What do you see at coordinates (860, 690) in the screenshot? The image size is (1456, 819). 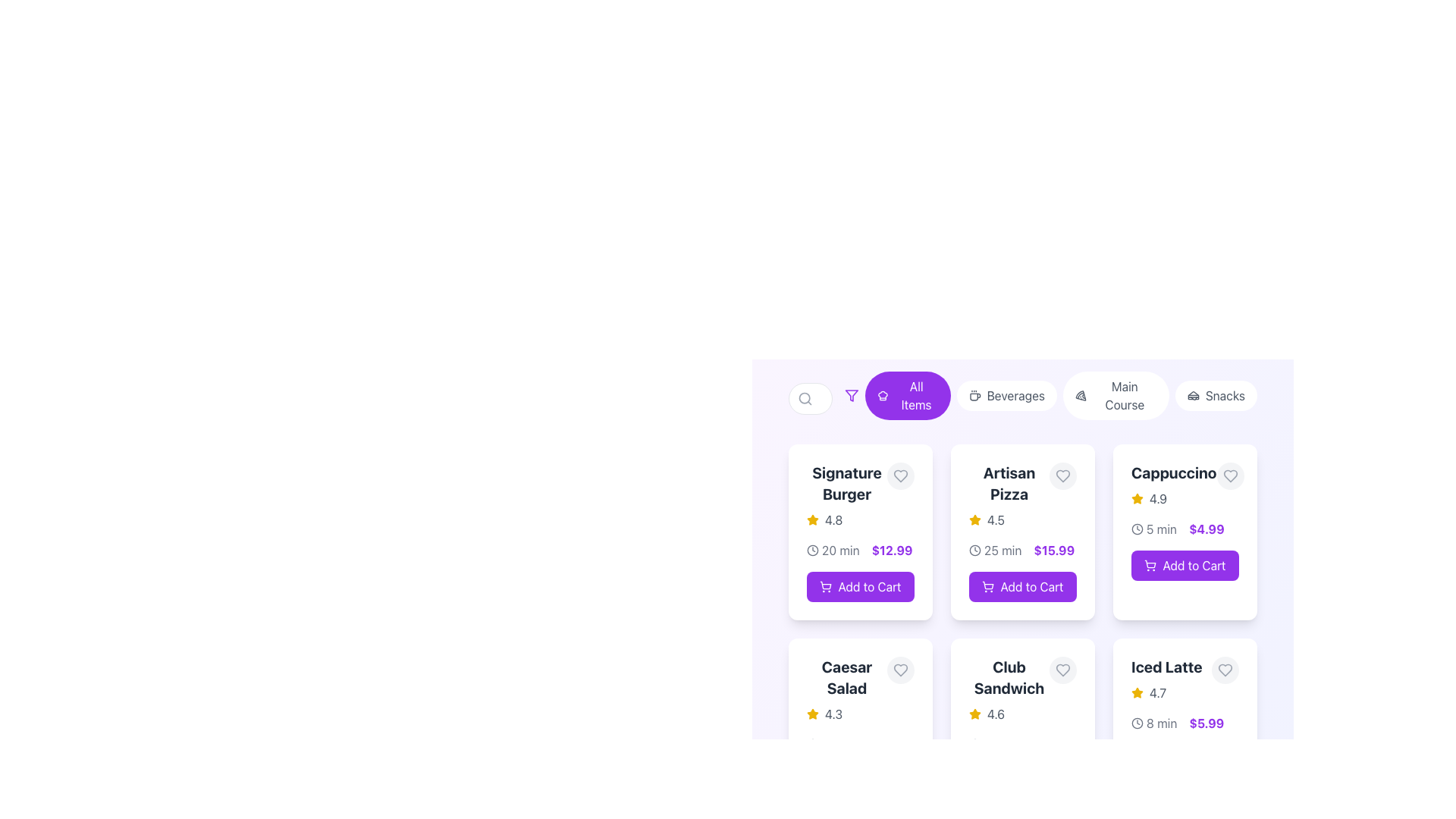 I see `star rating displayed next to the 'Caesar Salad' text block, which shows a rating of '4.3' and is accompanied by a yellow star icon` at bounding box center [860, 690].